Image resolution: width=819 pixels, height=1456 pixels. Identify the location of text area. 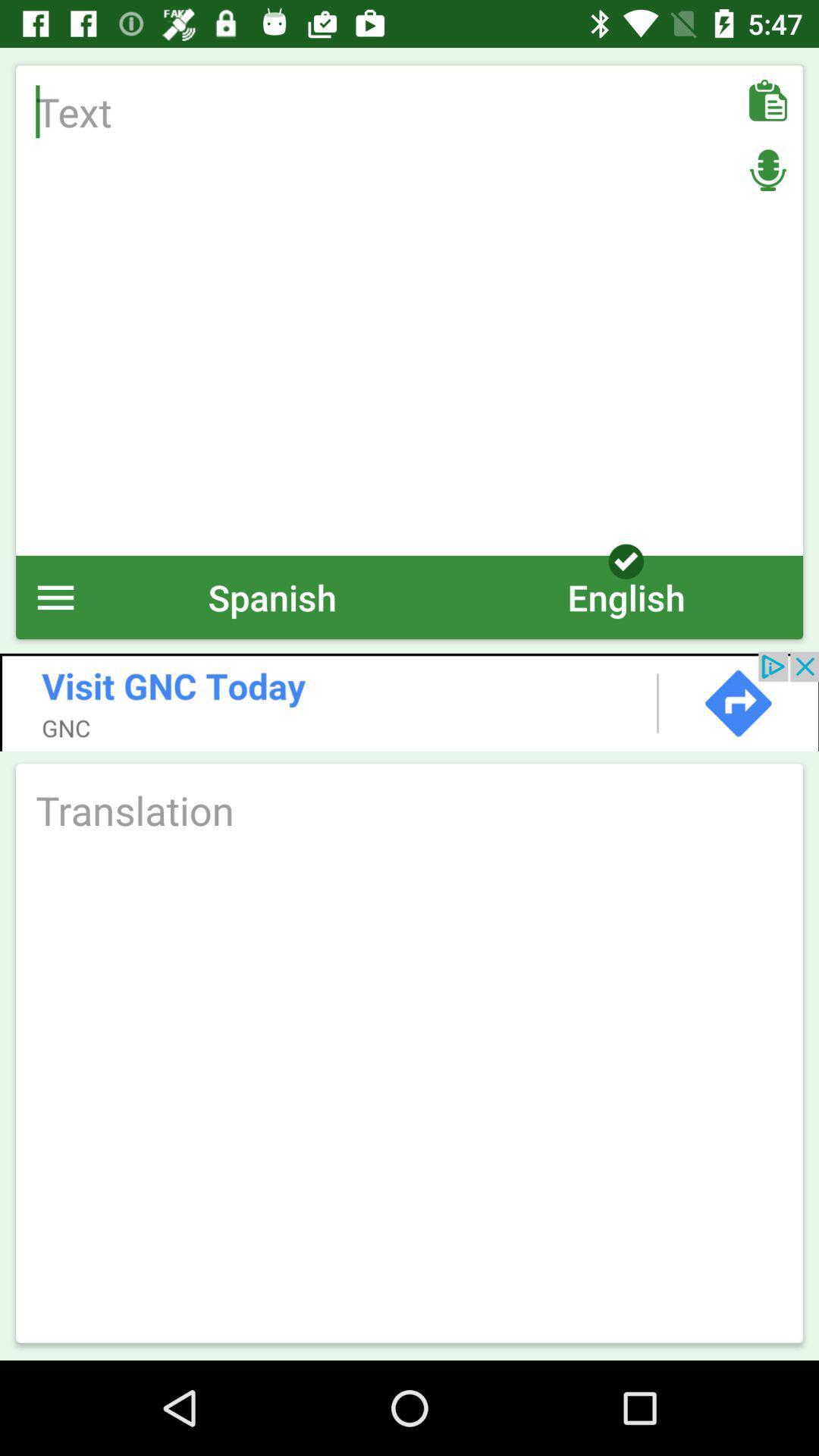
(409, 309).